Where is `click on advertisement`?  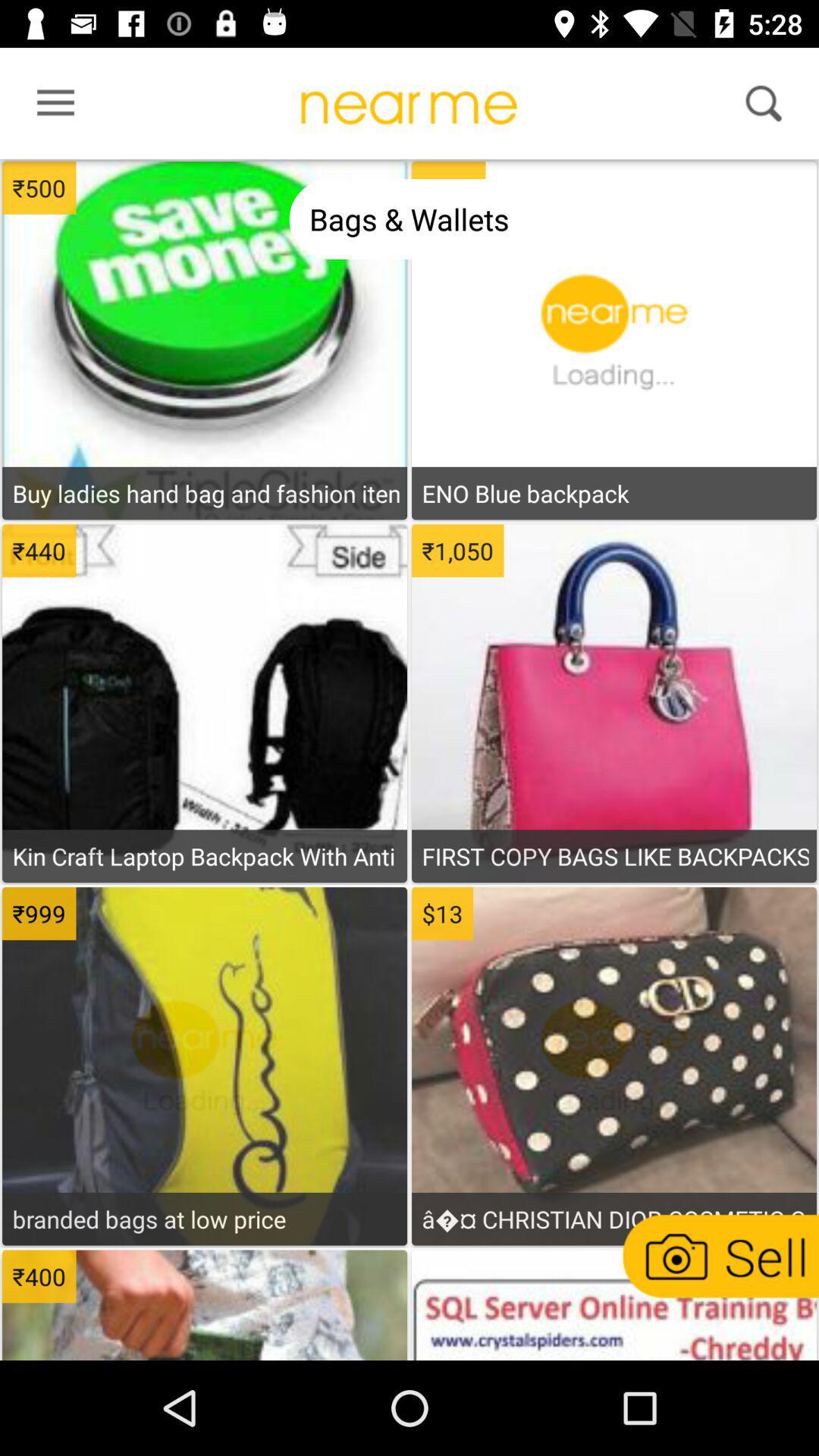
click on advertisement is located at coordinates (205, 1307).